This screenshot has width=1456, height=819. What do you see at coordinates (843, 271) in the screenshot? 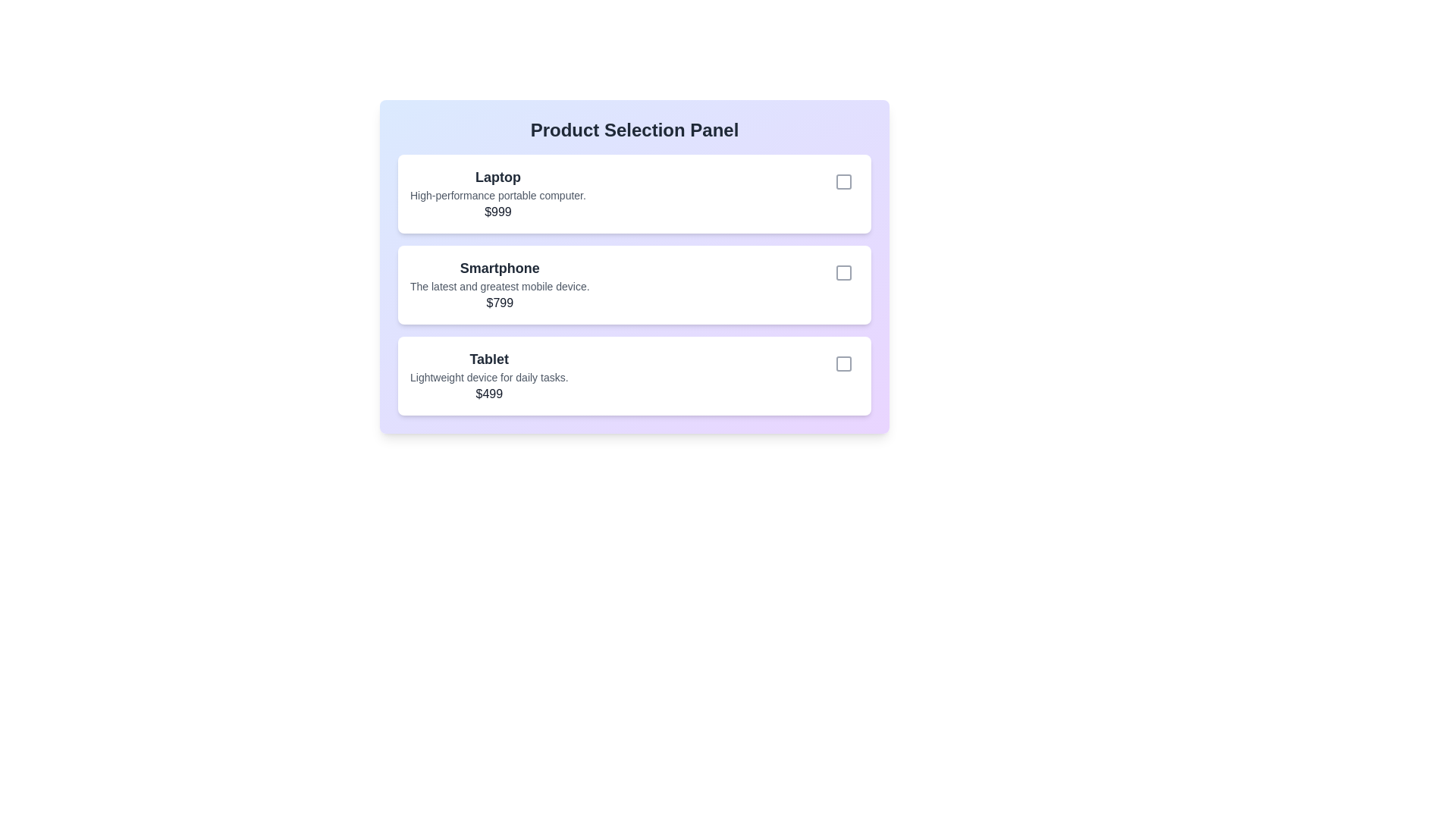
I see `the product identified by Smartphone` at bounding box center [843, 271].